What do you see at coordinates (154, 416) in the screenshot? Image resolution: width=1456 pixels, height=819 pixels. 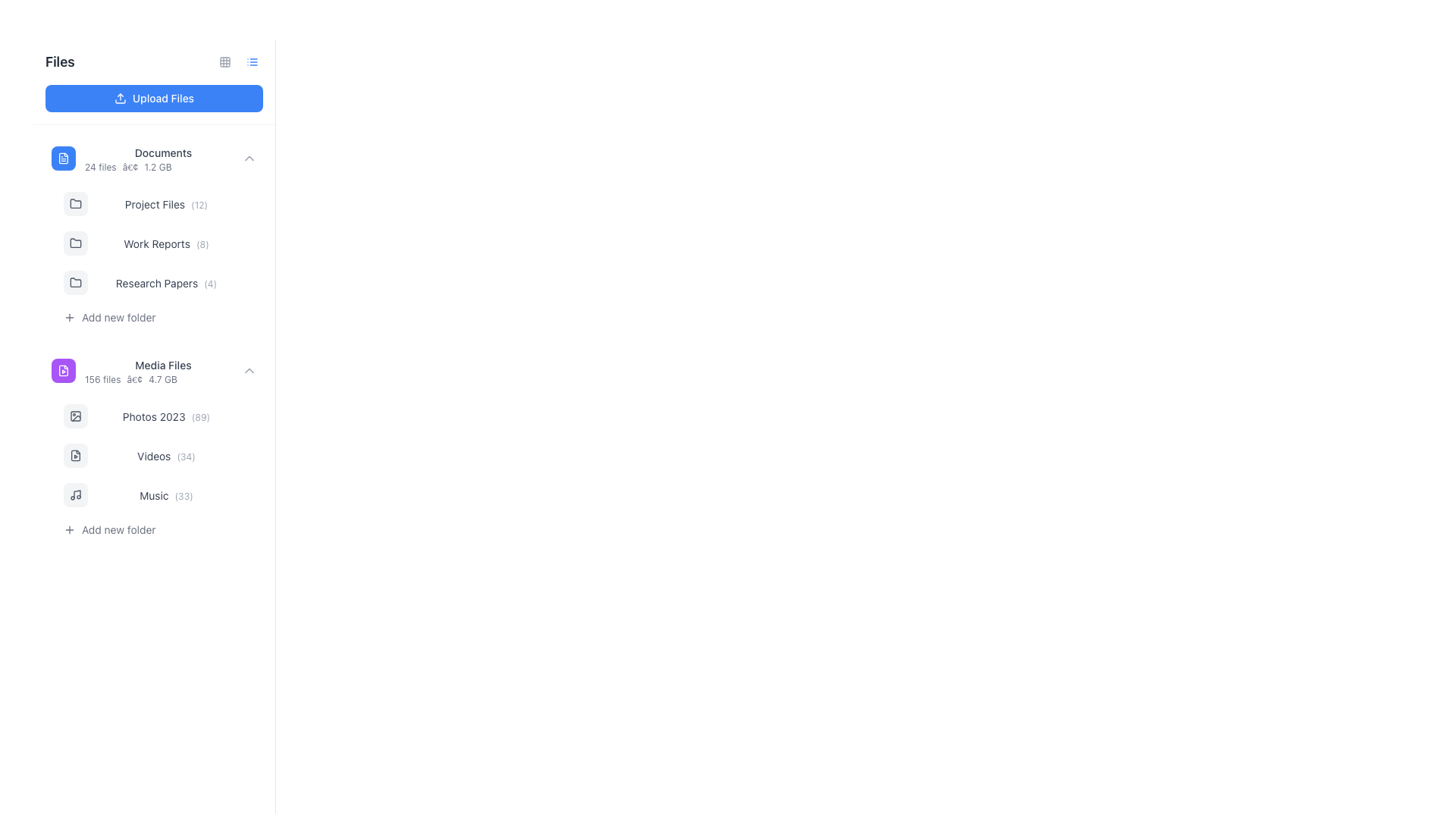 I see `the text label reading 'Photos 2023'` at bounding box center [154, 416].